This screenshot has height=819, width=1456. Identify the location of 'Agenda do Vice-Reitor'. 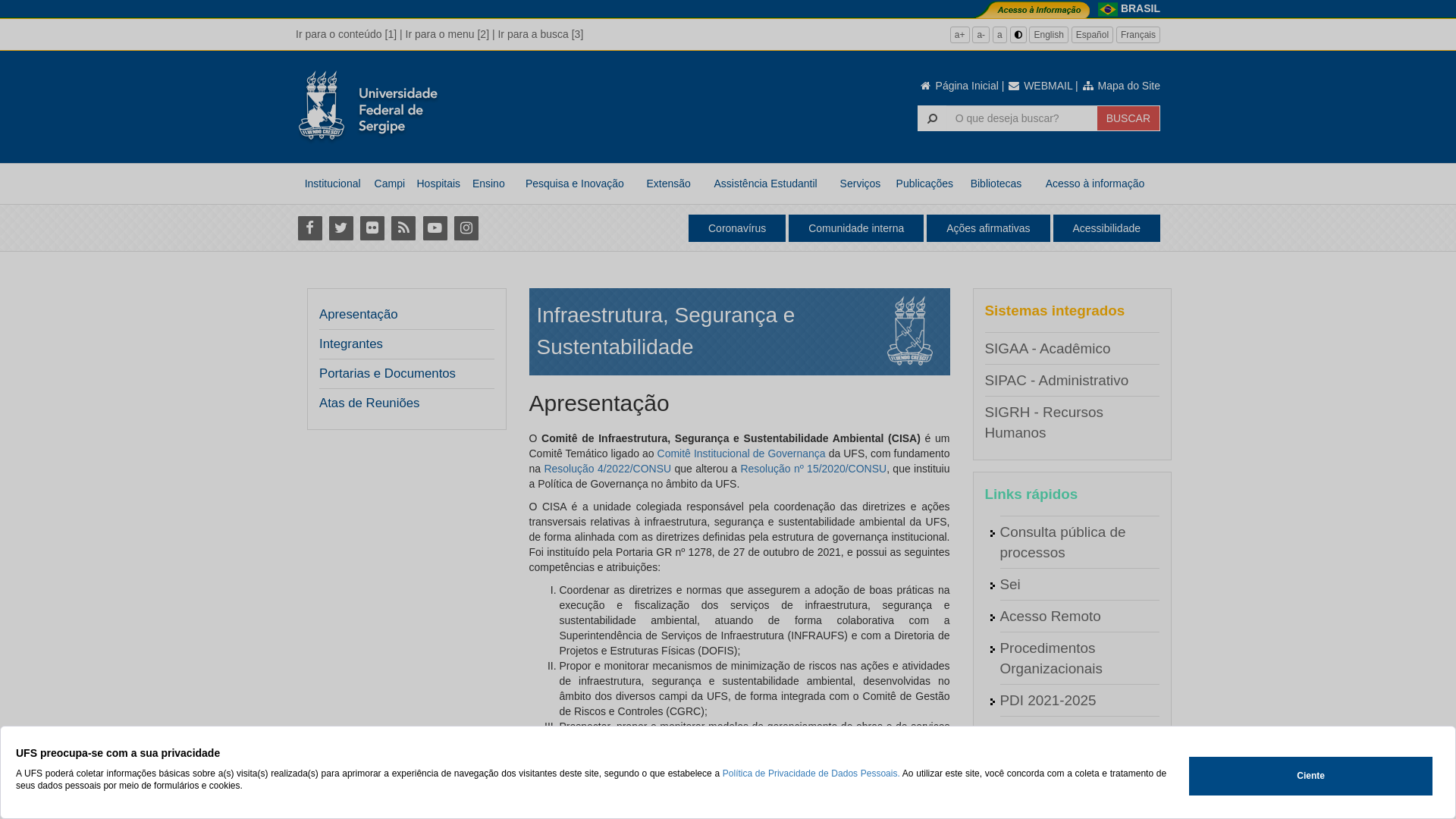
(1070, 764).